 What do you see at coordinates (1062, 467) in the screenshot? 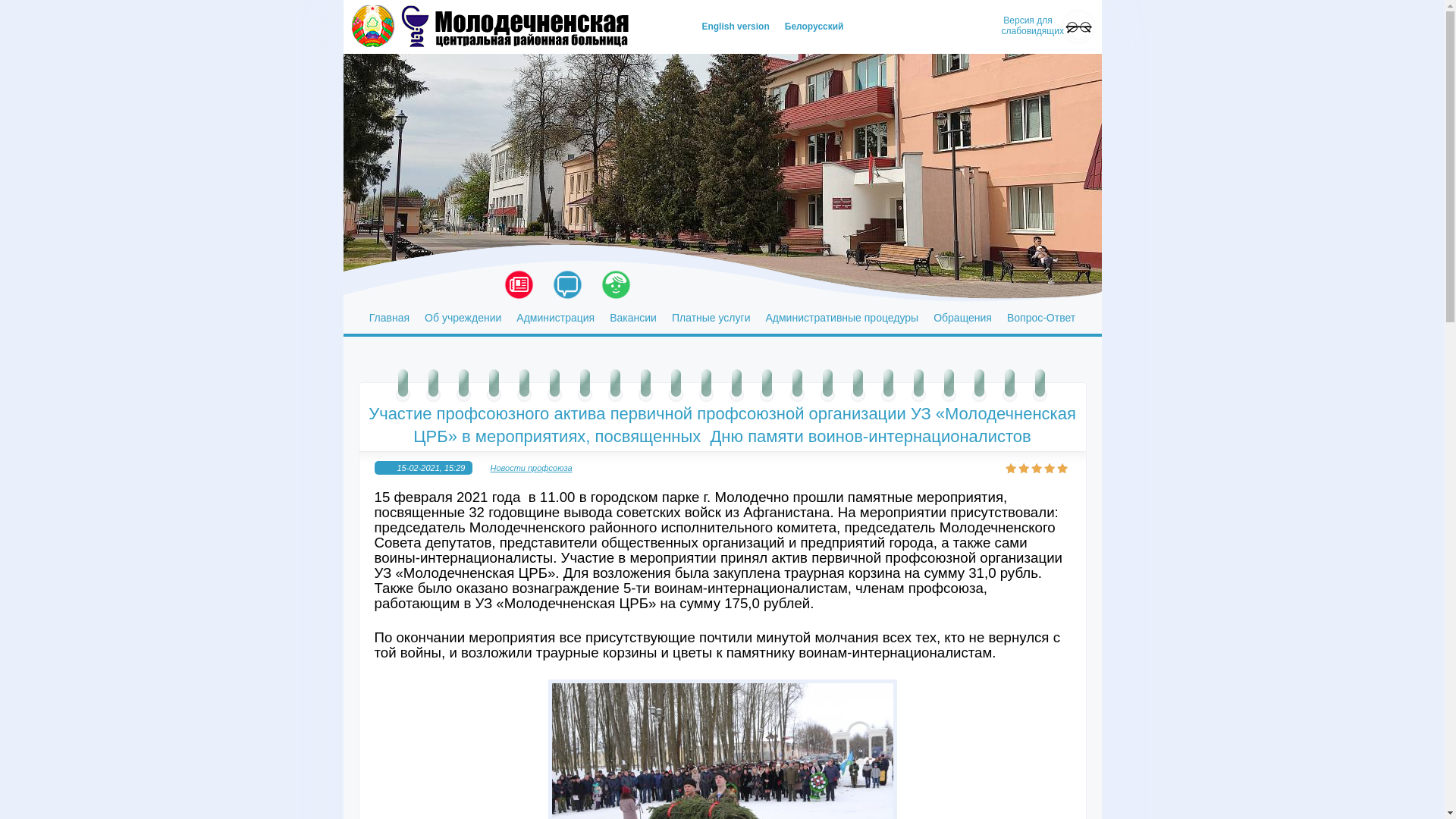
I see `'5'` at bounding box center [1062, 467].